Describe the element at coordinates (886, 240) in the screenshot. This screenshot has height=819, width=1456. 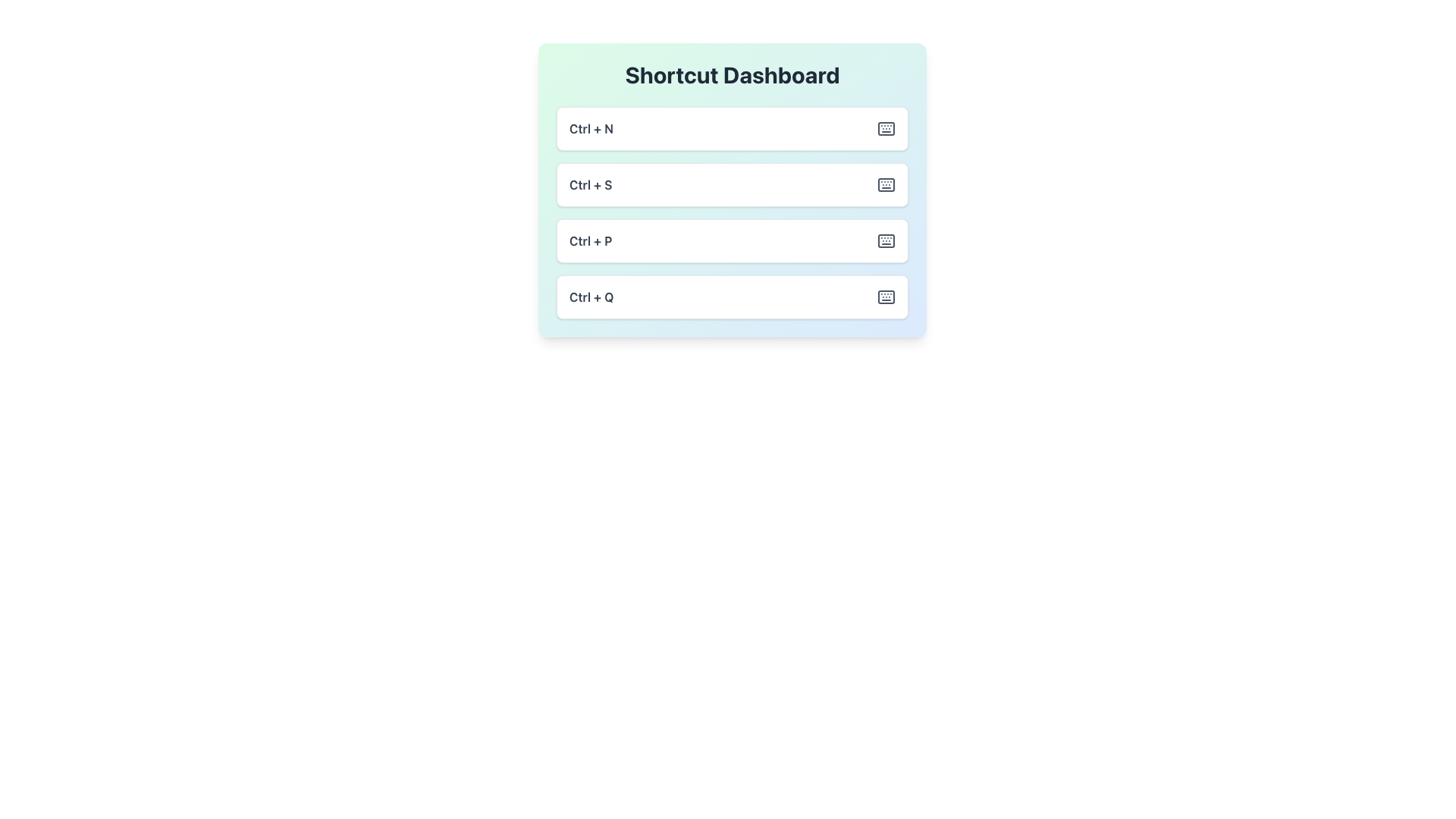
I see `the row labeled 'Ctrl + P' by clicking on the icon positioned to the far right of this row` at that location.